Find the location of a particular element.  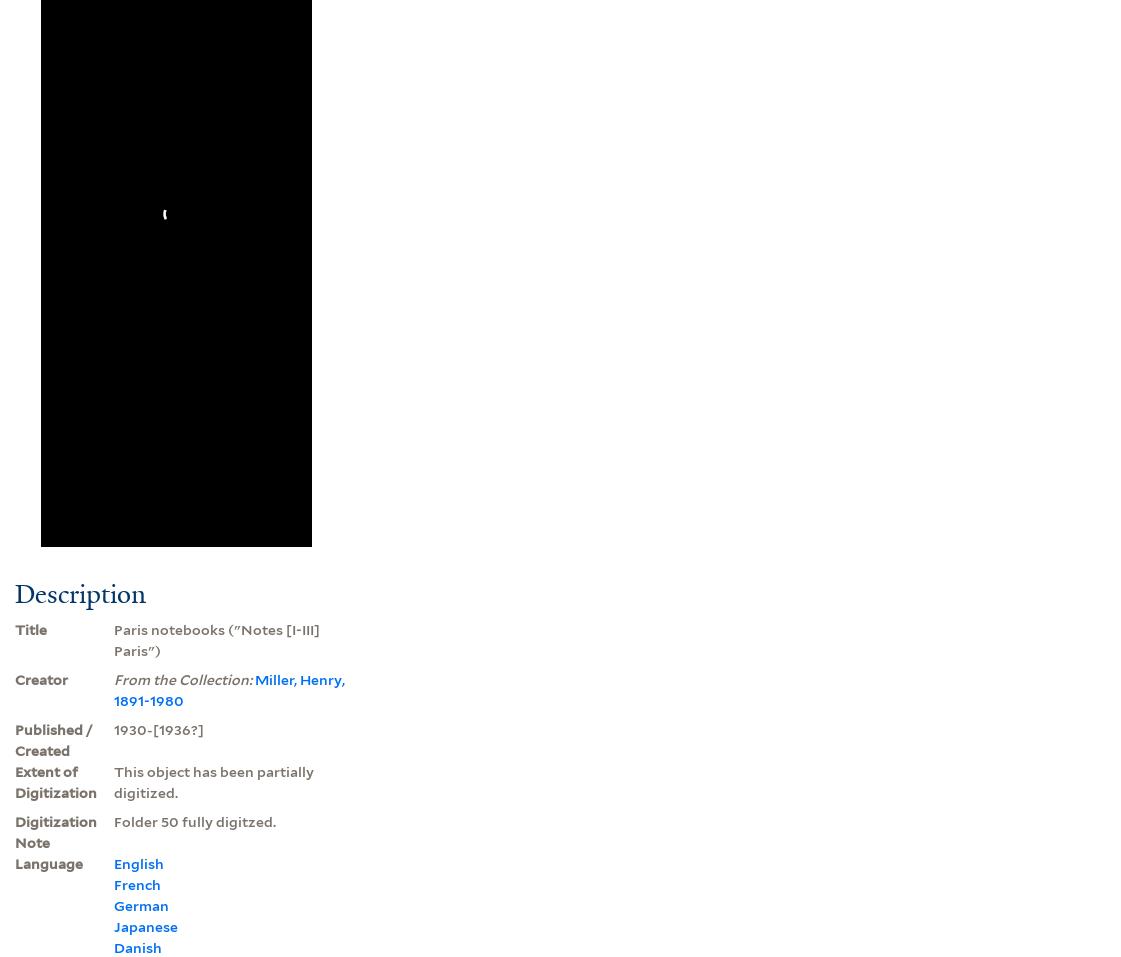

'Danish' is located at coordinates (136, 947).